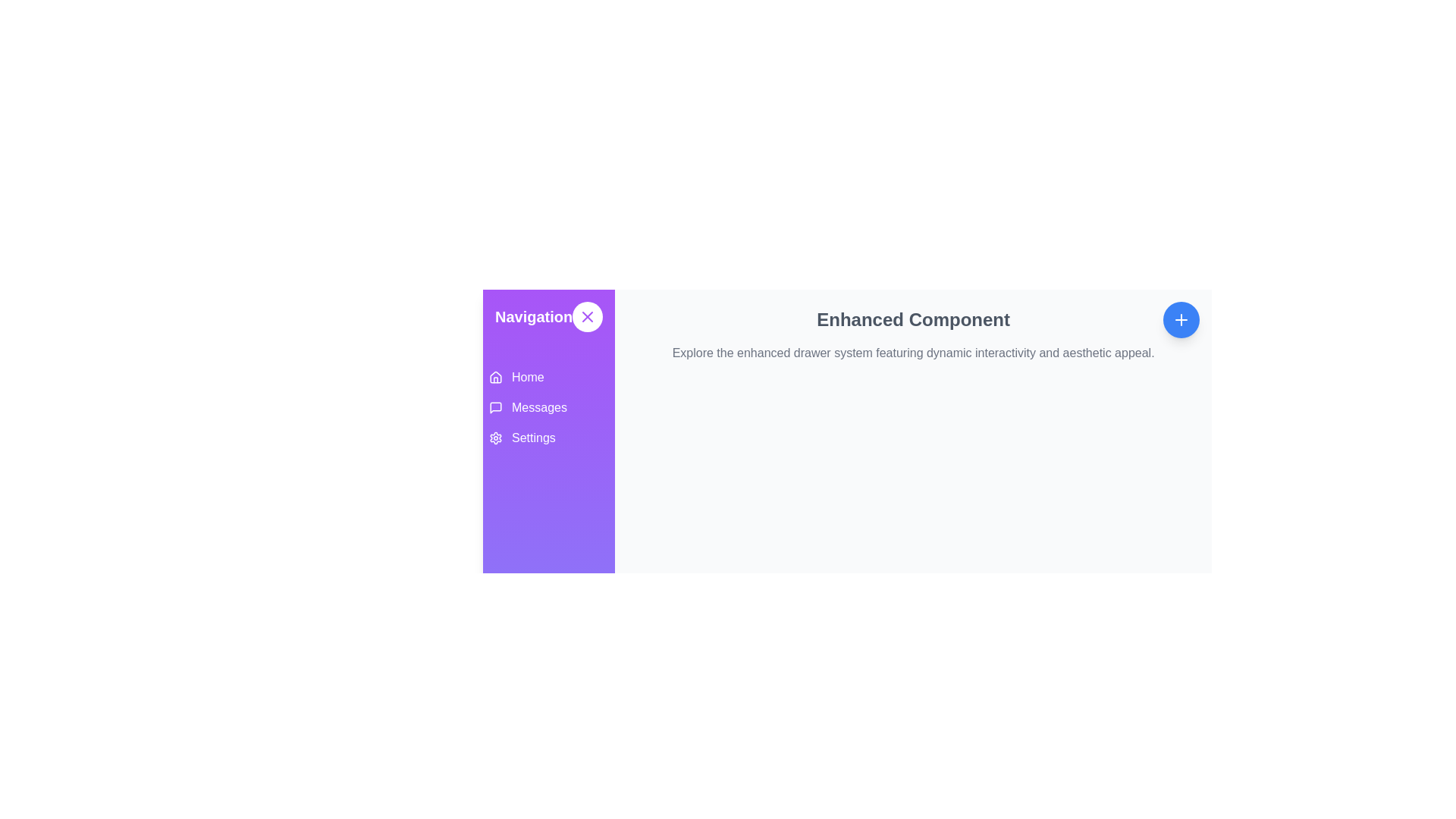  I want to click on the settings button located in the navigation sidebar, which is the third item in the vertical list, so click(548, 438).